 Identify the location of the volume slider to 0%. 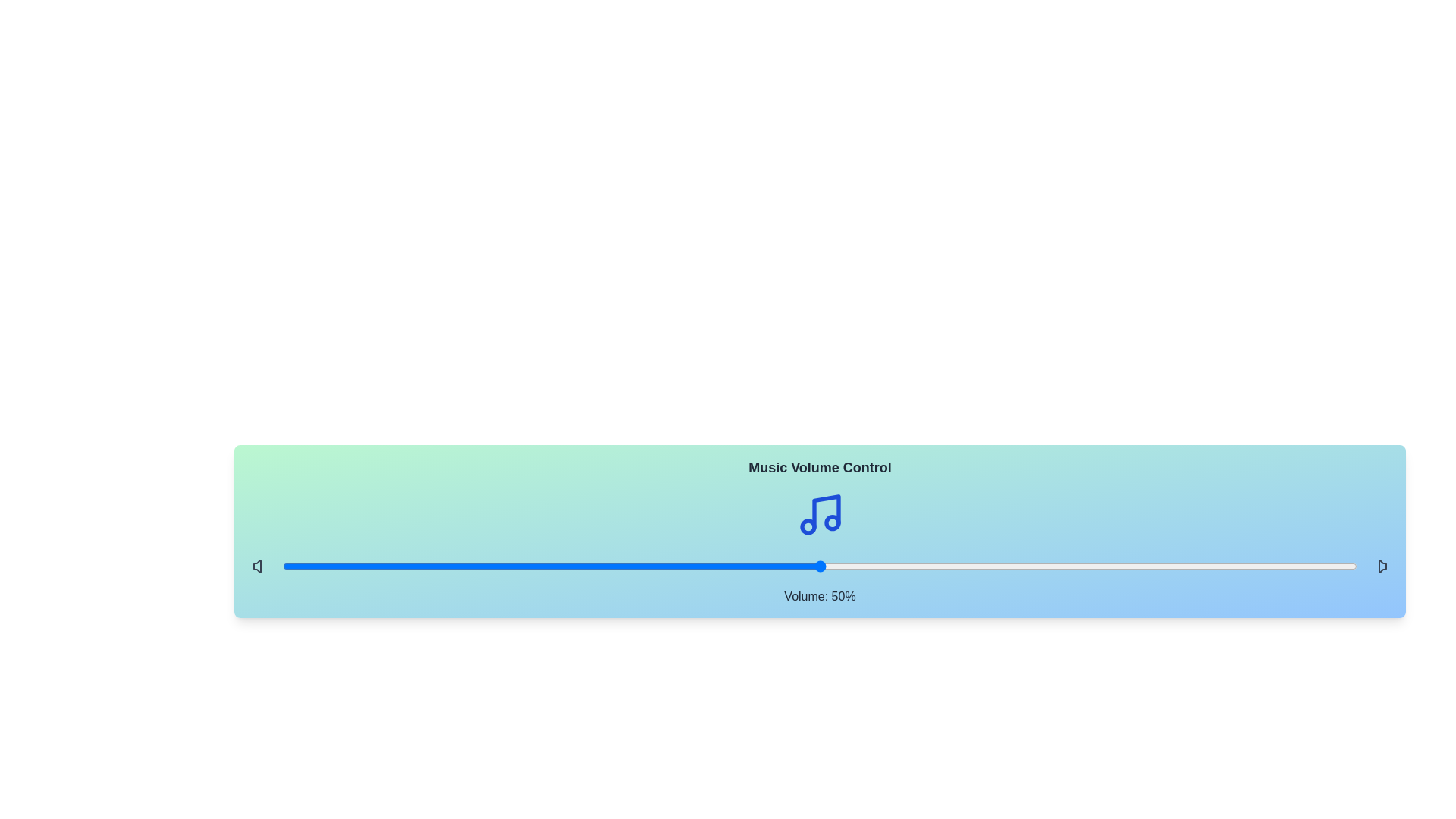
(283, 566).